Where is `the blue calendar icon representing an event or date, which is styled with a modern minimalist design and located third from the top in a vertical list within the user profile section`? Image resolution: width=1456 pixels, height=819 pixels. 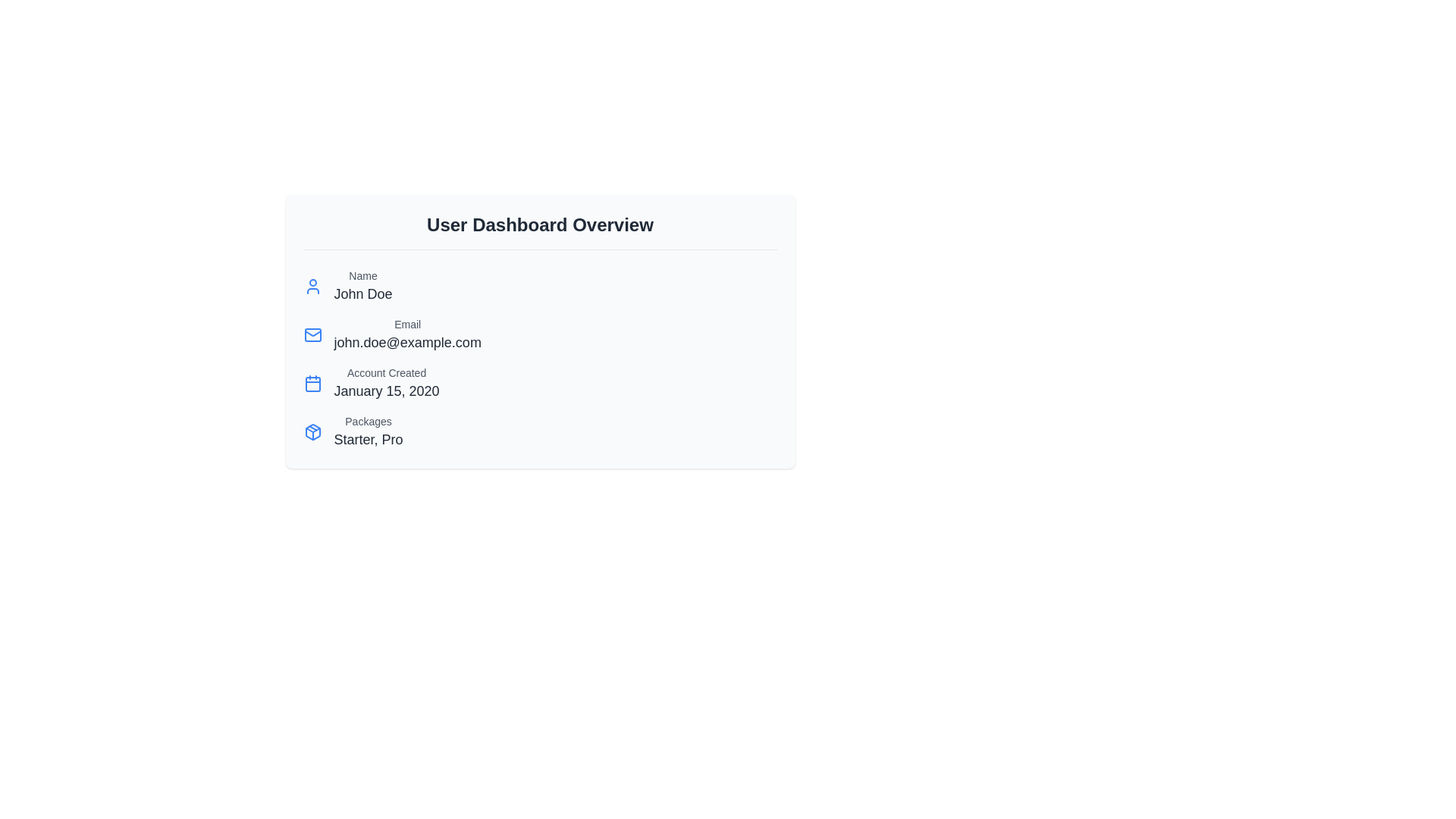 the blue calendar icon representing an event or date, which is styled with a modern minimalist design and located third from the top in a vertical list within the user profile section is located at coordinates (312, 382).